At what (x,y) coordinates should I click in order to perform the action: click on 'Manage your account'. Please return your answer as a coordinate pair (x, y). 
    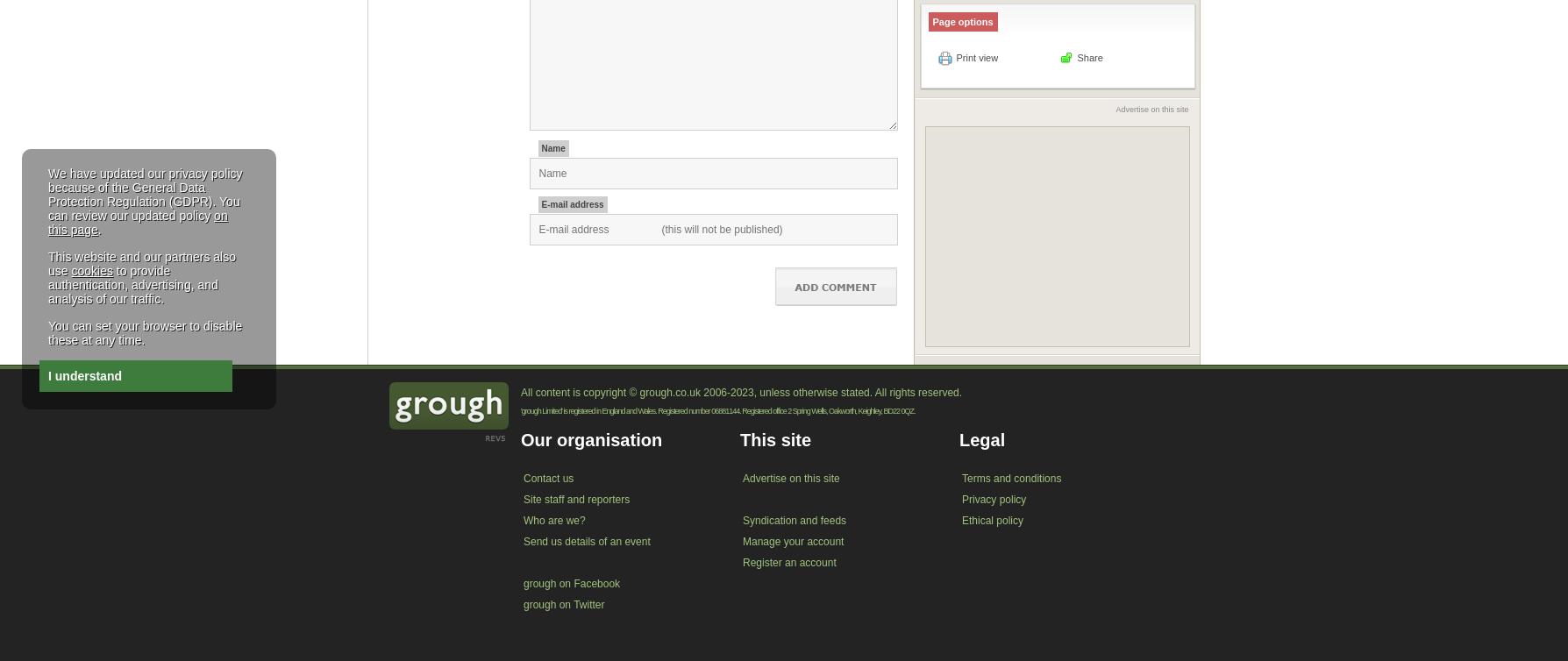
    Looking at the image, I should click on (793, 540).